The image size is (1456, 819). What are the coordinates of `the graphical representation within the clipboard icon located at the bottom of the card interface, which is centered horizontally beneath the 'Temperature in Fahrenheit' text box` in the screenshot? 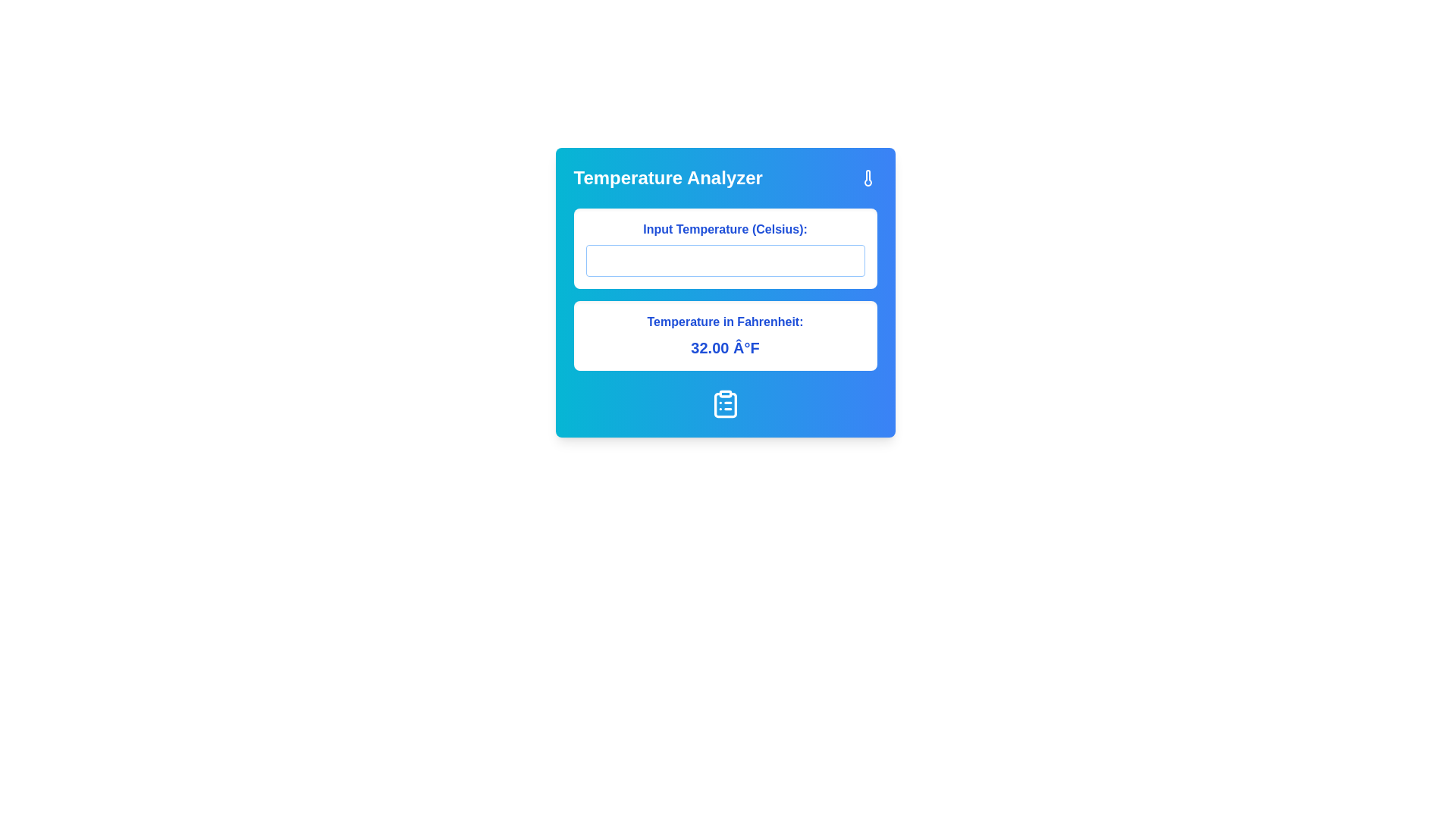 It's located at (724, 404).